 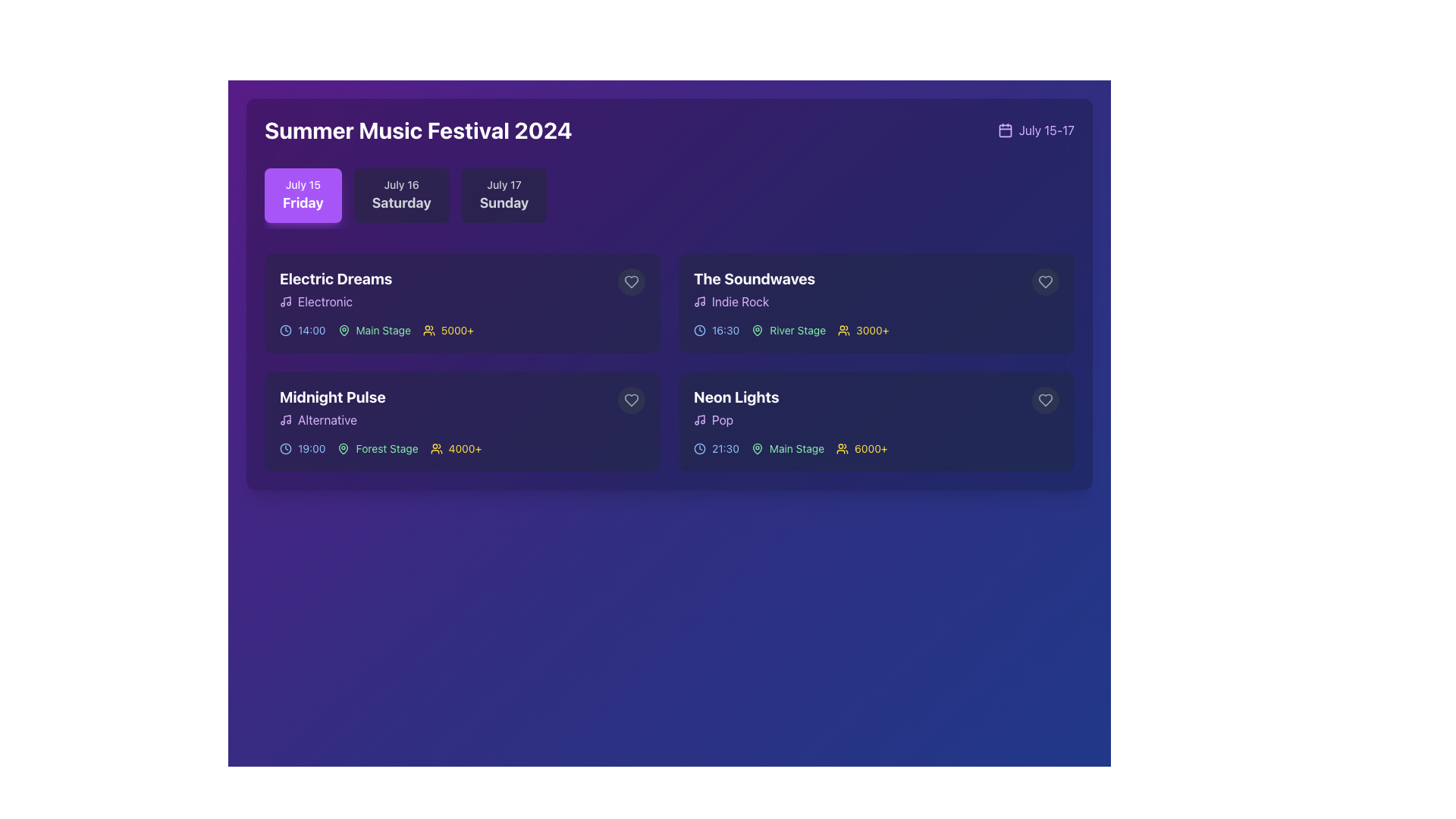 I want to click on the clock-like icon with minimalistic hands indicating time, located under the event title 'The Soundwaves', adjacent to the time '16:30', so click(x=698, y=329).